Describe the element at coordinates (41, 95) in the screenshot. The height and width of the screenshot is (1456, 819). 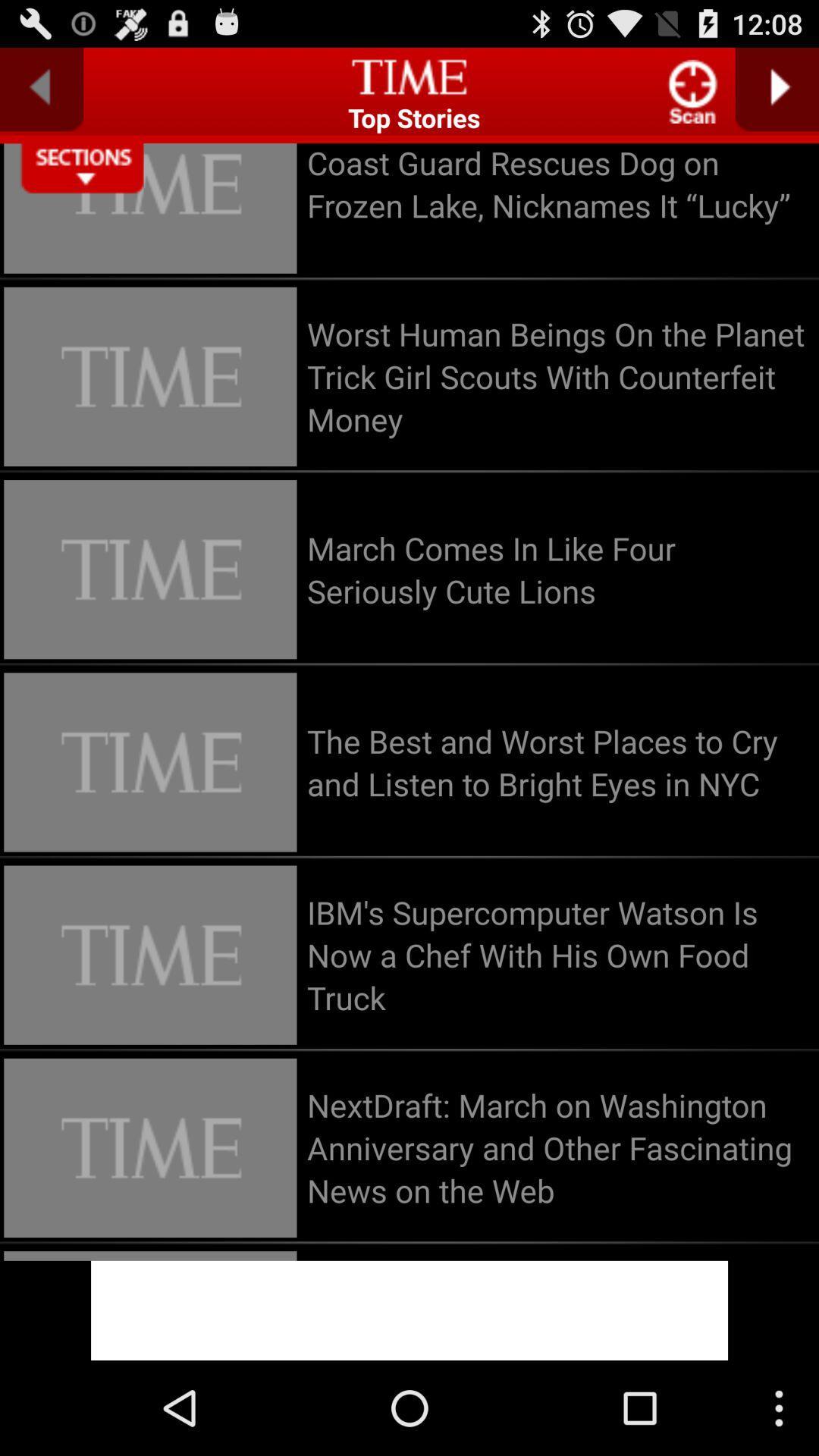
I see `the arrow_backward icon` at that location.